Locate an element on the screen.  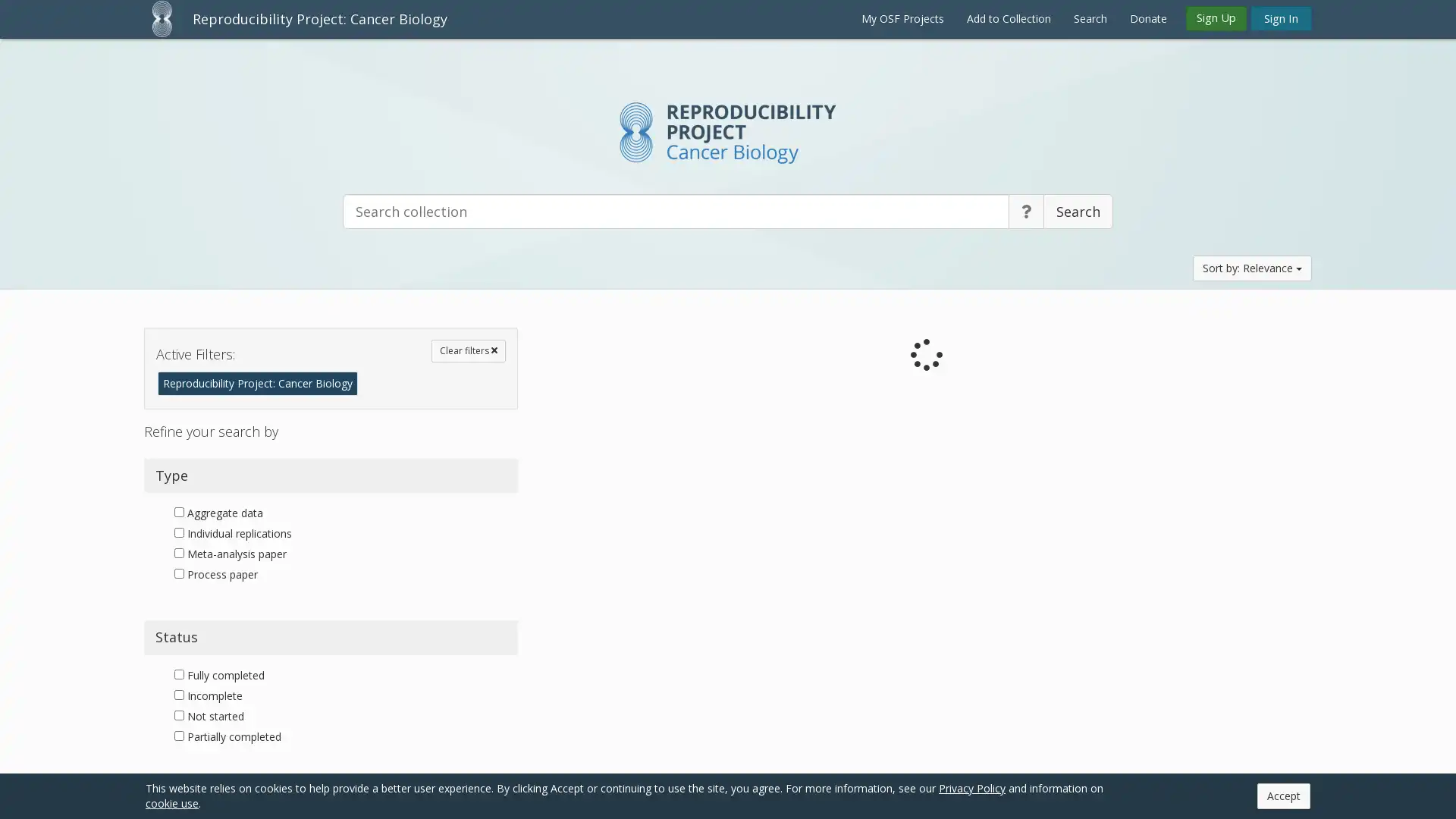
Search is located at coordinates (1090, 18).